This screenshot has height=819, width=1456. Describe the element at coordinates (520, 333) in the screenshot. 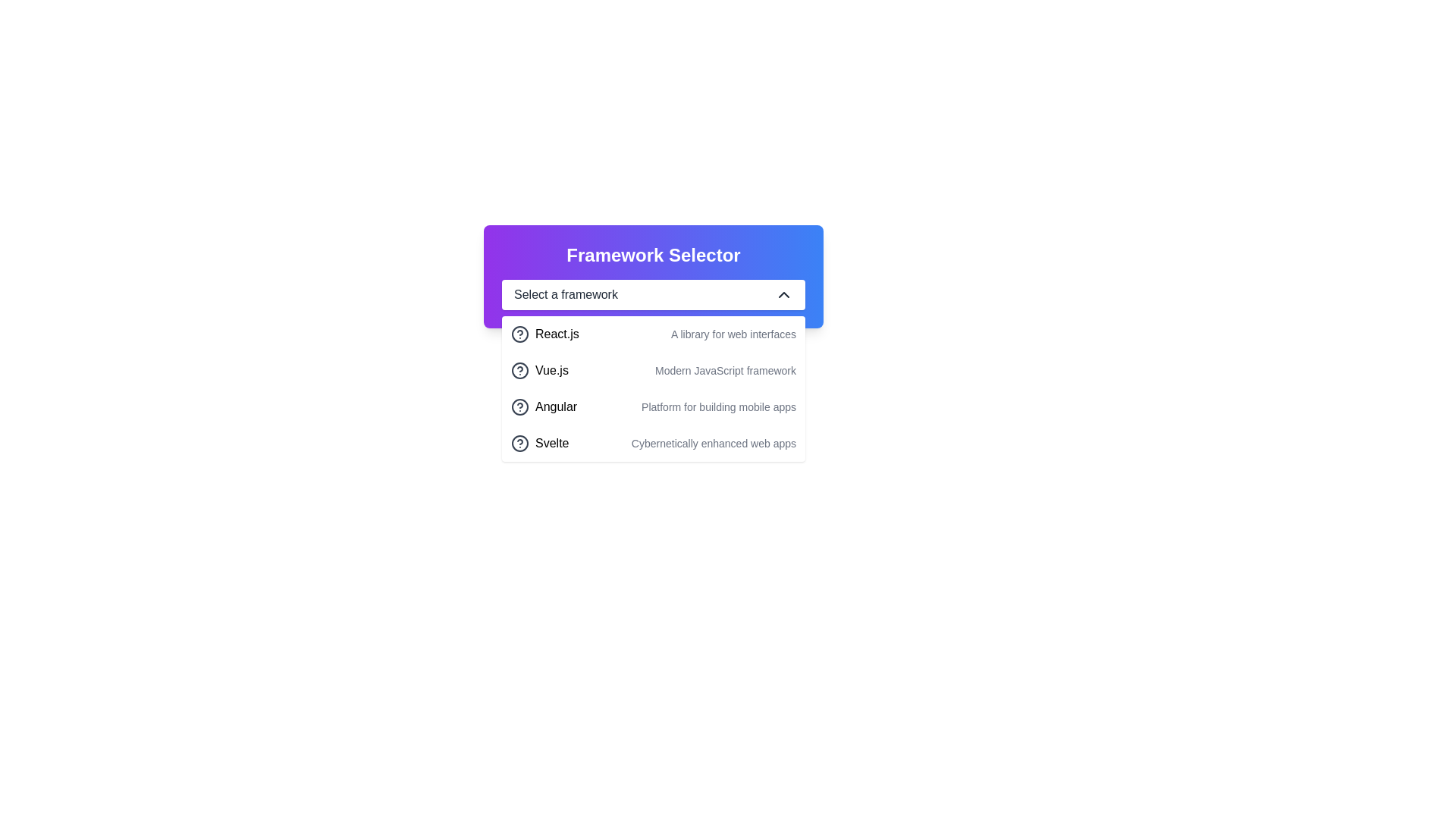

I see `the SVG Circle element that is part of the question mark icon within the framework selector dropdown list, located to the left of the 'Vue.js' item` at that location.